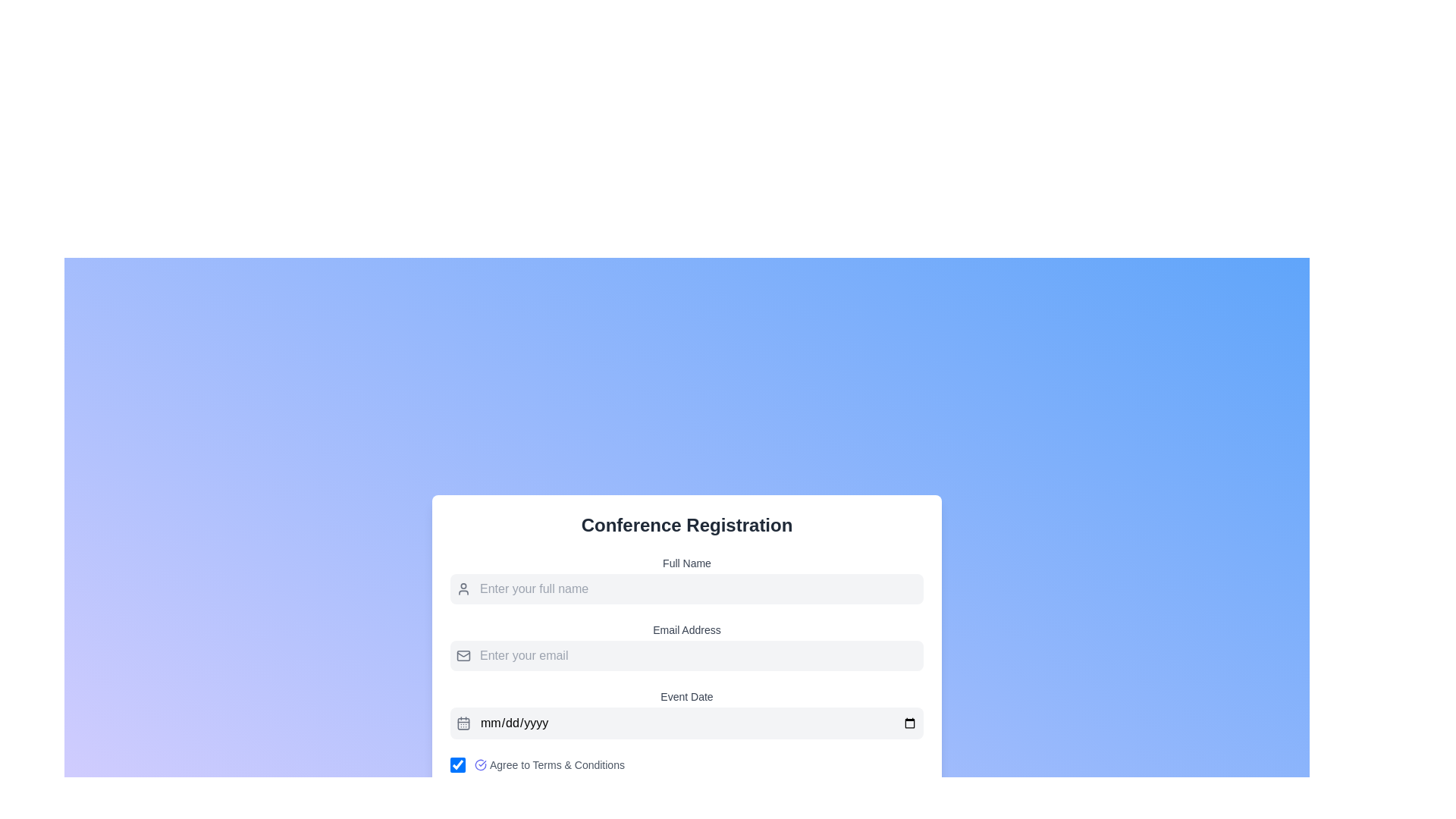 The width and height of the screenshot is (1456, 819). I want to click on the text label 'Agree to Terms & Conditions', so click(548, 765).